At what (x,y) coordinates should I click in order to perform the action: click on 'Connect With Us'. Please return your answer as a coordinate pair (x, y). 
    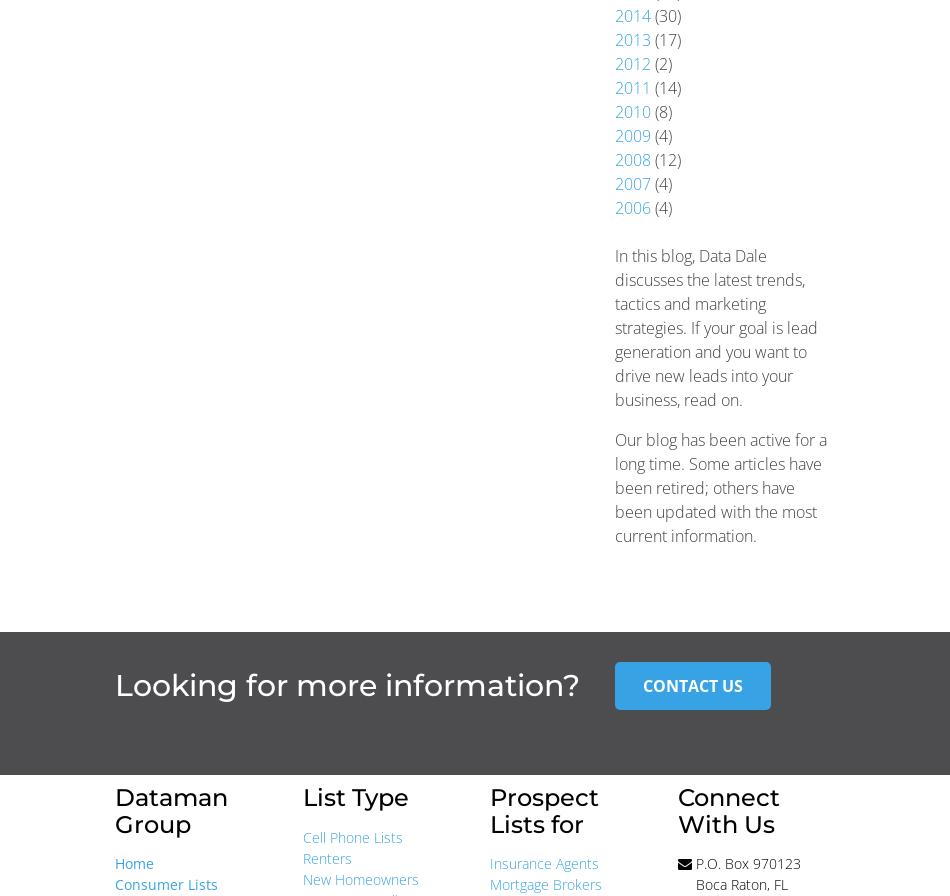
    Looking at the image, I should click on (726, 810).